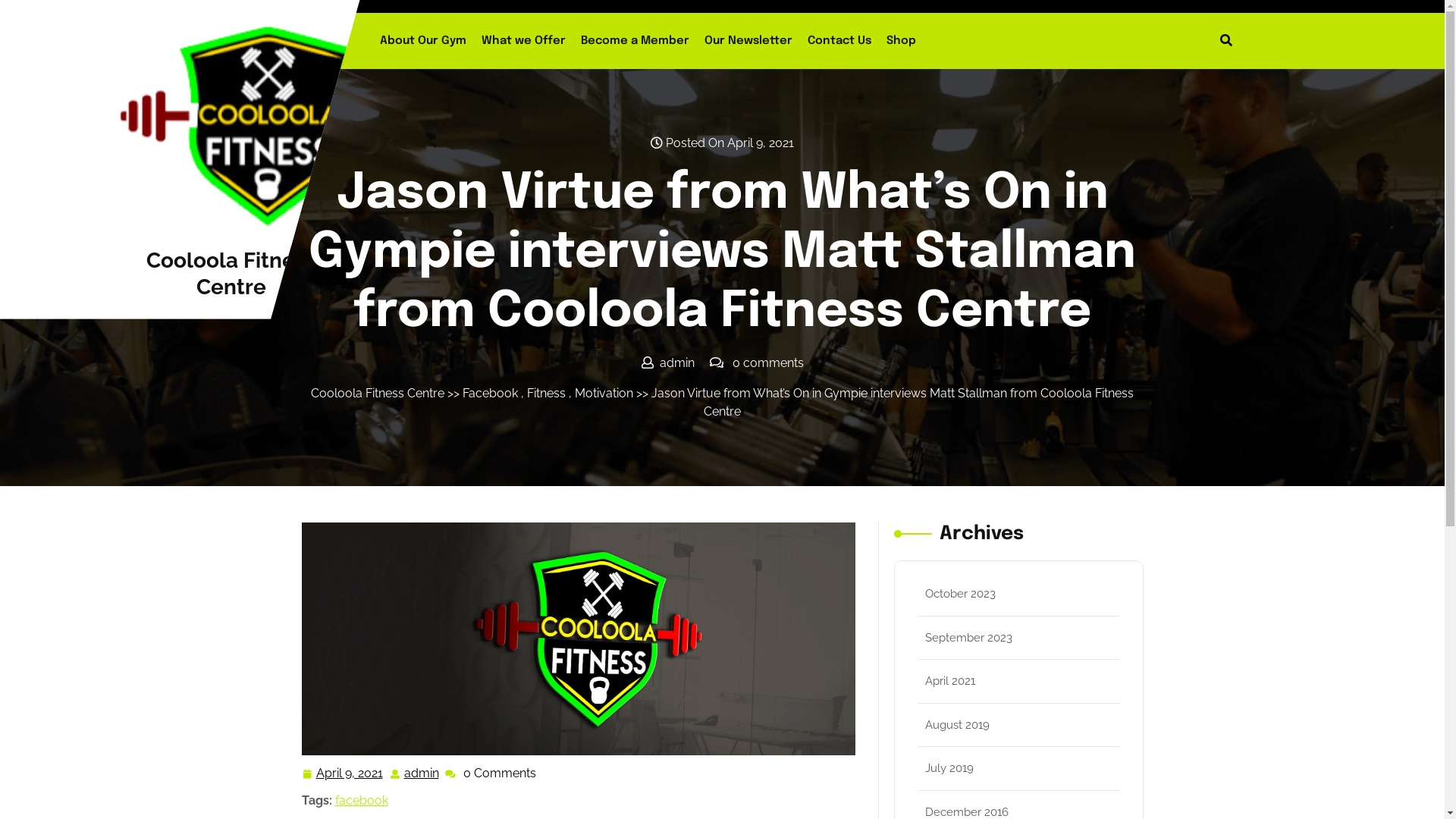 This screenshot has width=1456, height=819. I want to click on 'Contact Us', so click(839, 39).